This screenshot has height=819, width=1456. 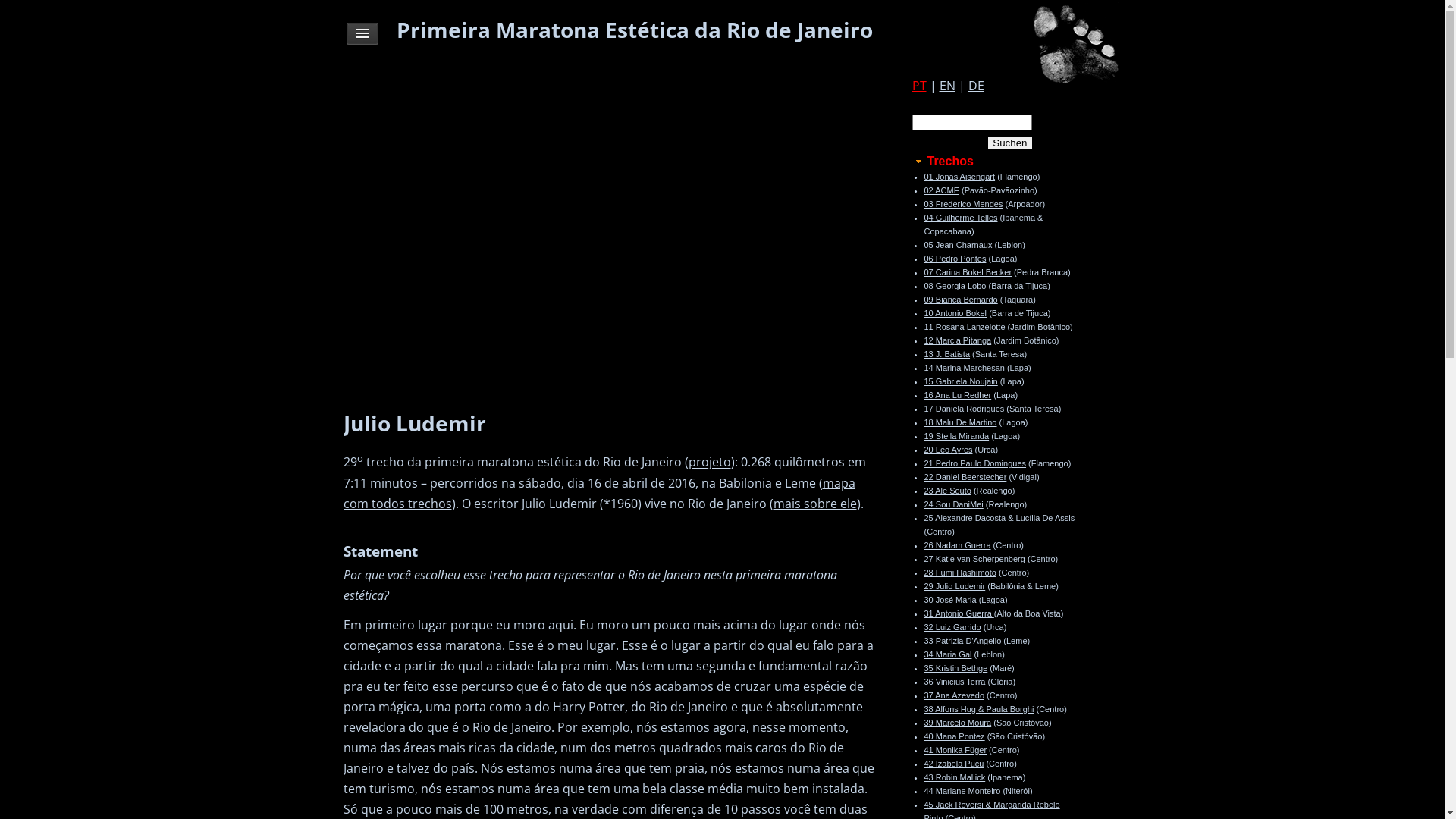 What do you see at coordinates (952, 763) in the screenshot?
I see `'42 Izabela Pucu'` at bounding box center [952, 763].